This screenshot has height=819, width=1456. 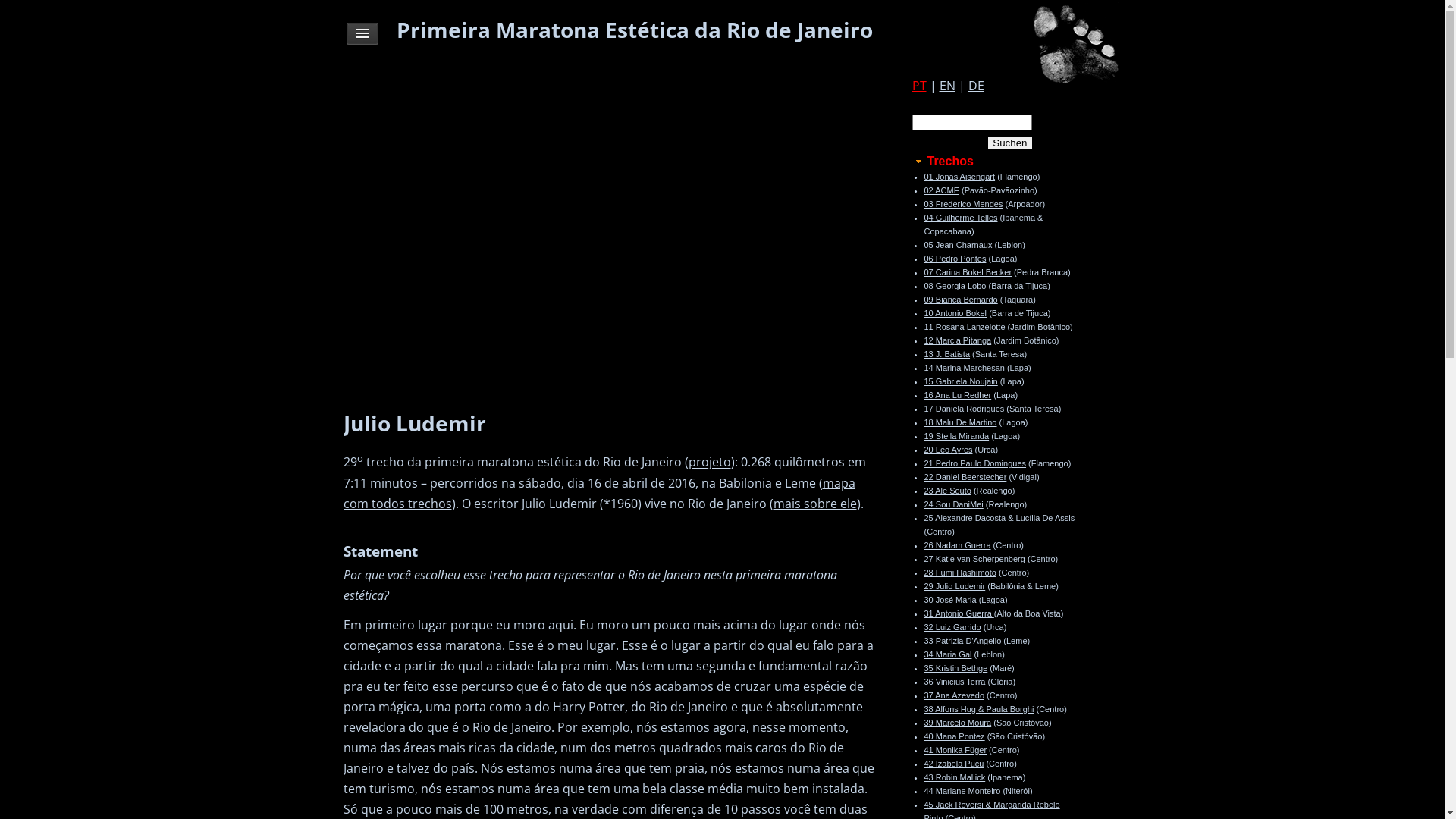 What do you see at coordinates (952, 763) in the screenshot?
I see `'42 Izabela Pucu'` at bounding box center [952, 763].